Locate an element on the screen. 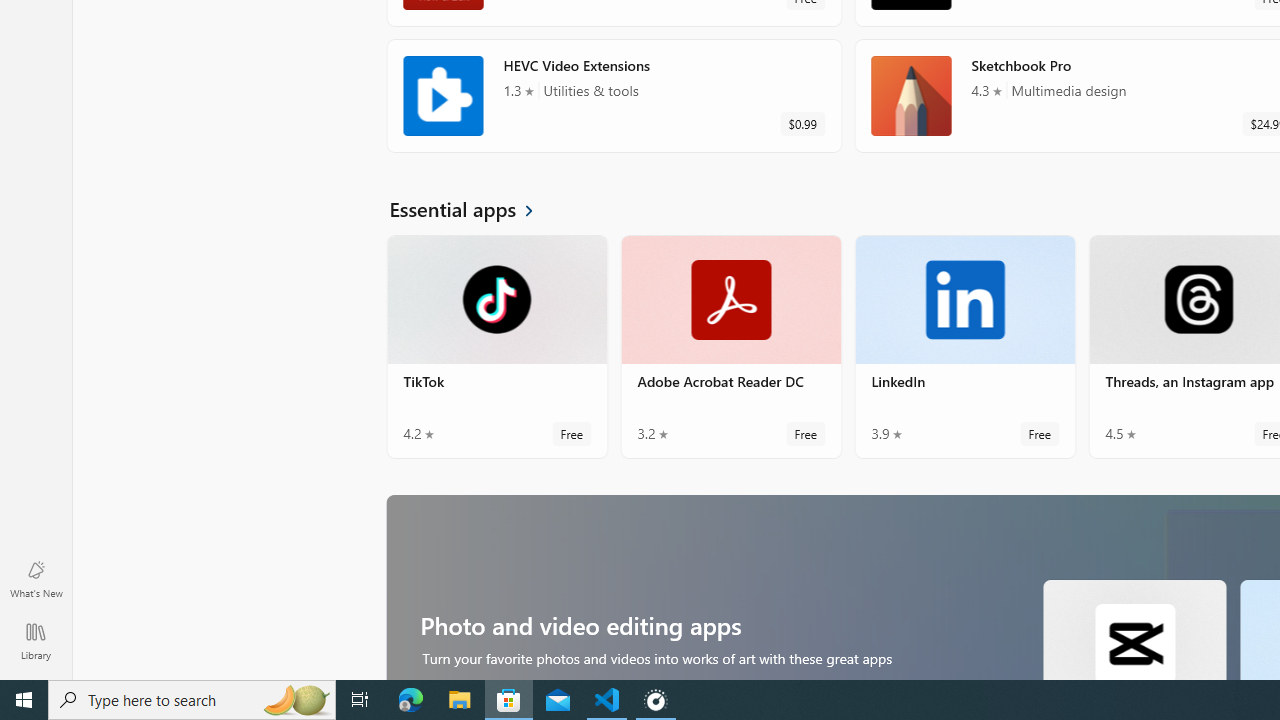  'LinkedIn. Average rating of 3.9 out of five stars. Free  ' is located at coordinates (965, 346).